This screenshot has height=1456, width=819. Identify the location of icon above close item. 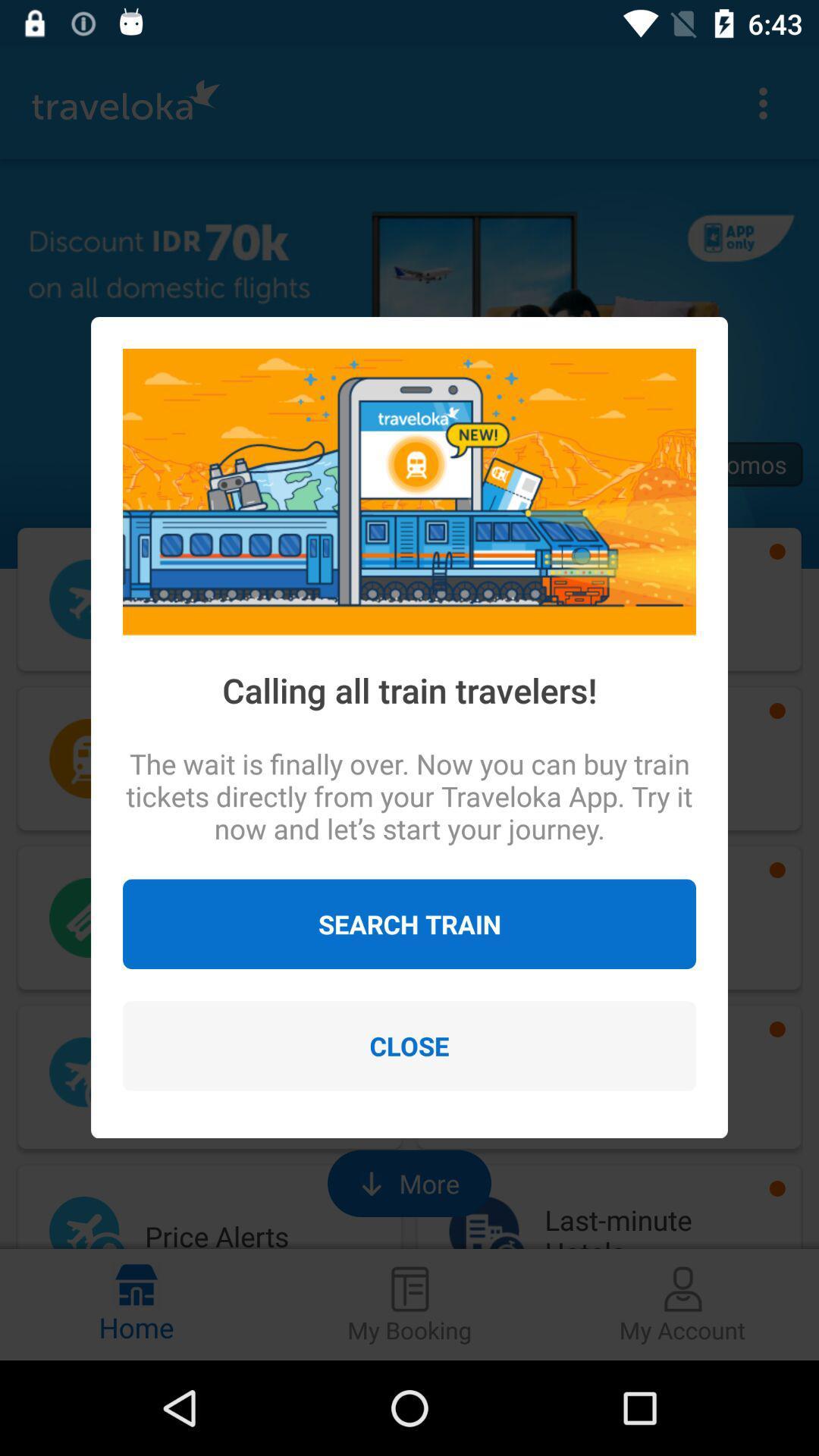
(409, 923).